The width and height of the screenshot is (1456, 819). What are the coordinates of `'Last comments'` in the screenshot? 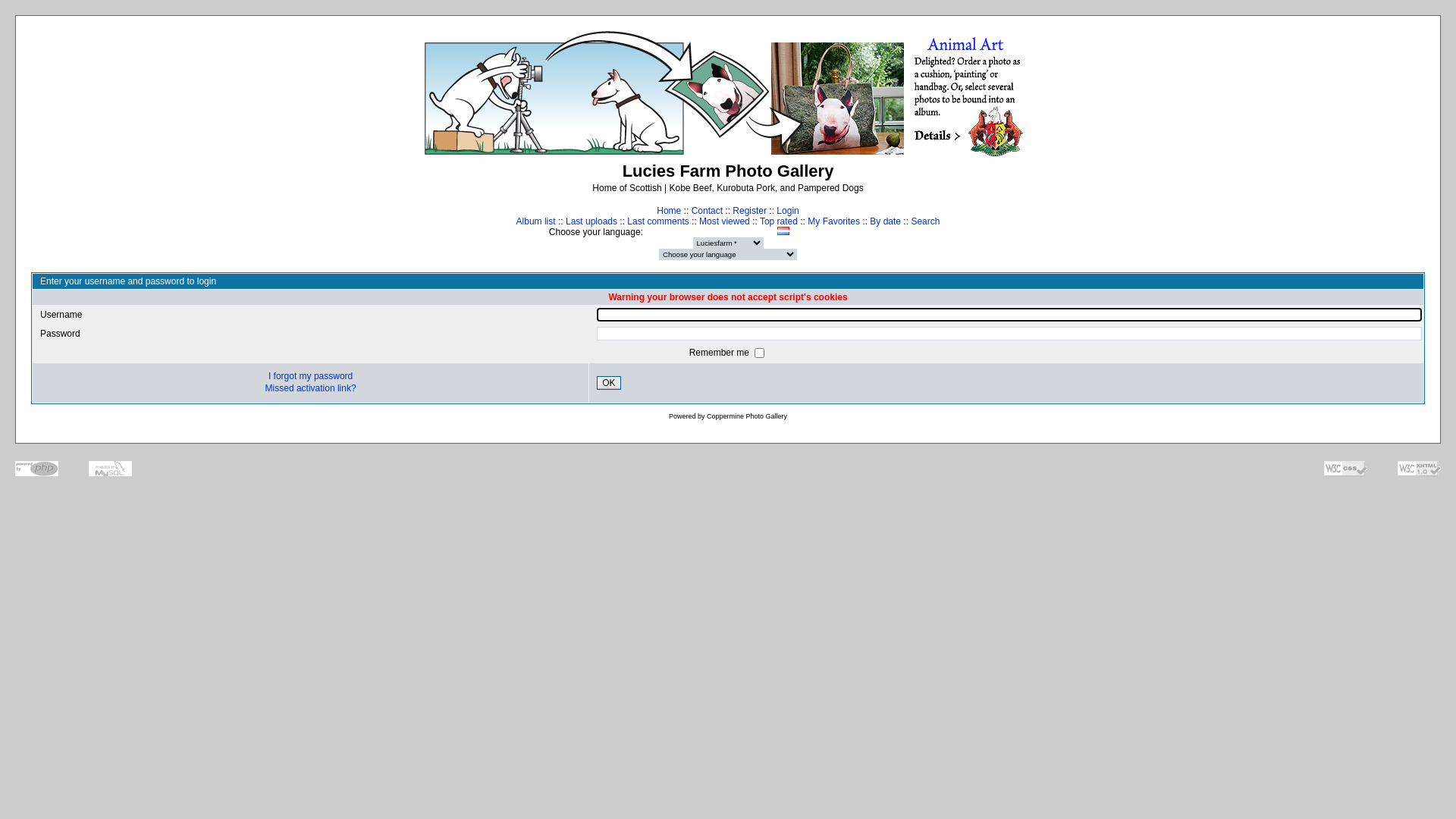 It's located at (657, 221).